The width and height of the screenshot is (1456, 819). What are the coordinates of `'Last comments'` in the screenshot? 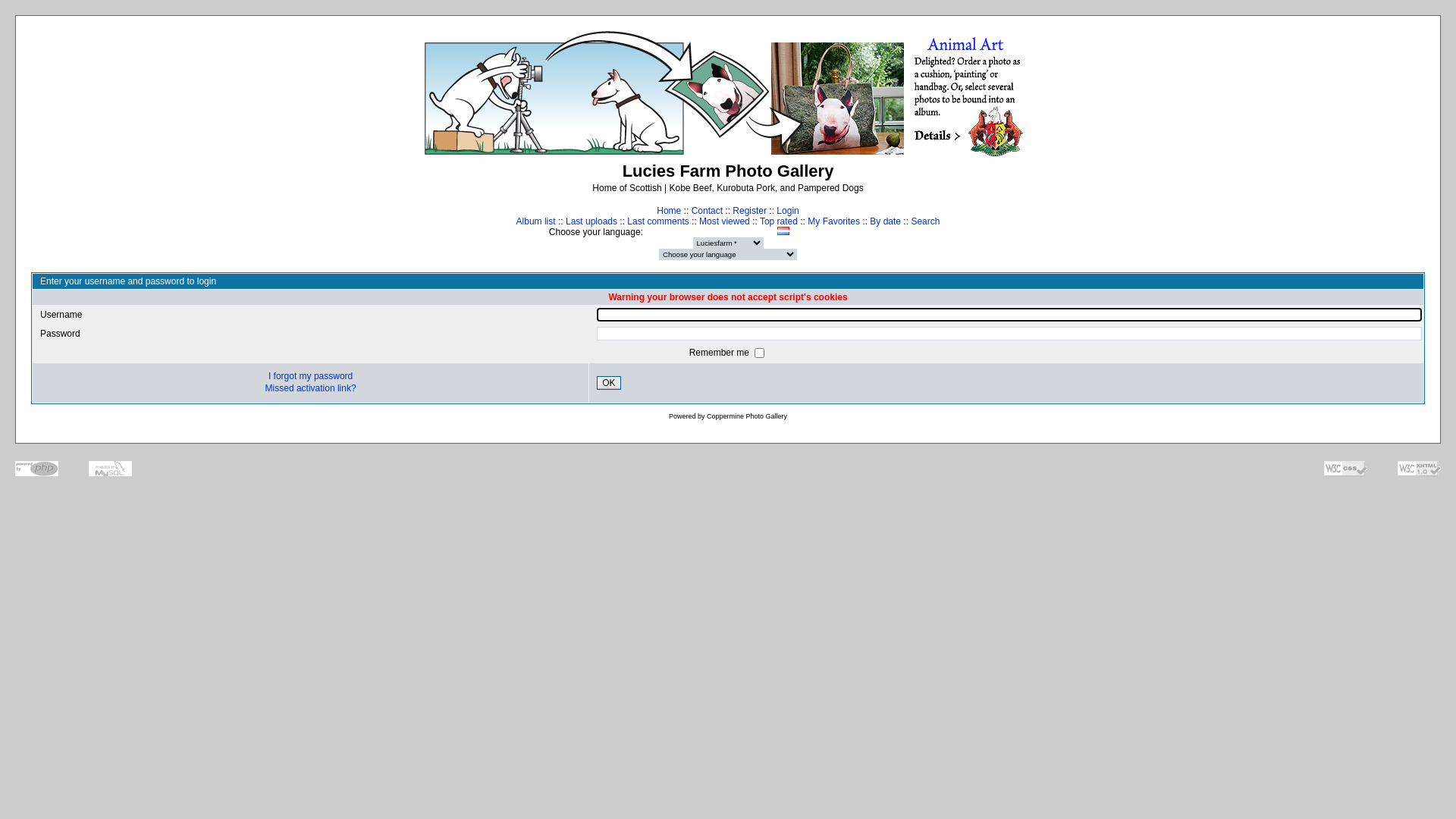 It's located at (657, 221).